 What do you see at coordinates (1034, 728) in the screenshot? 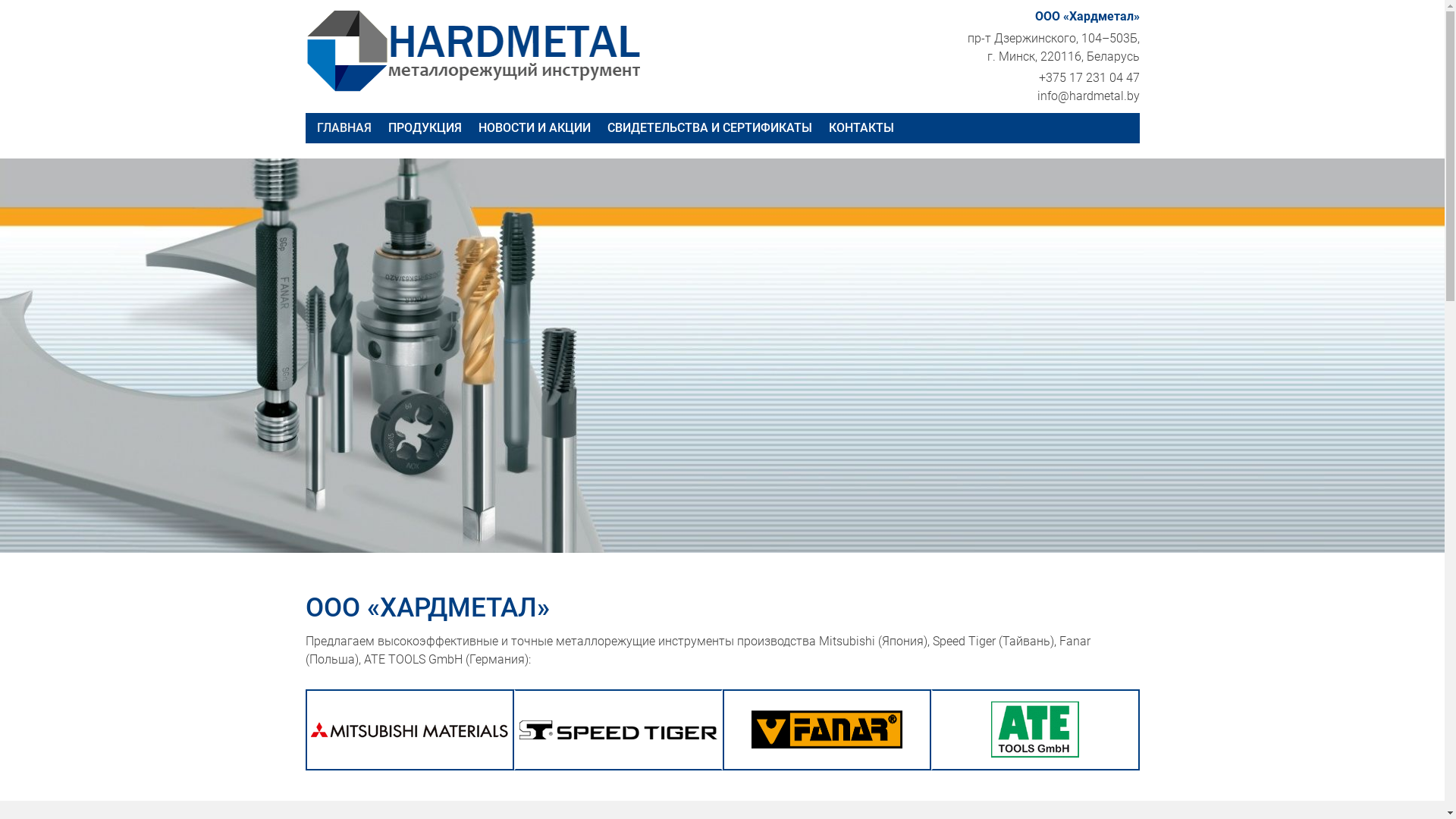
I see `'ate'` at bounding box center [1034, 728].